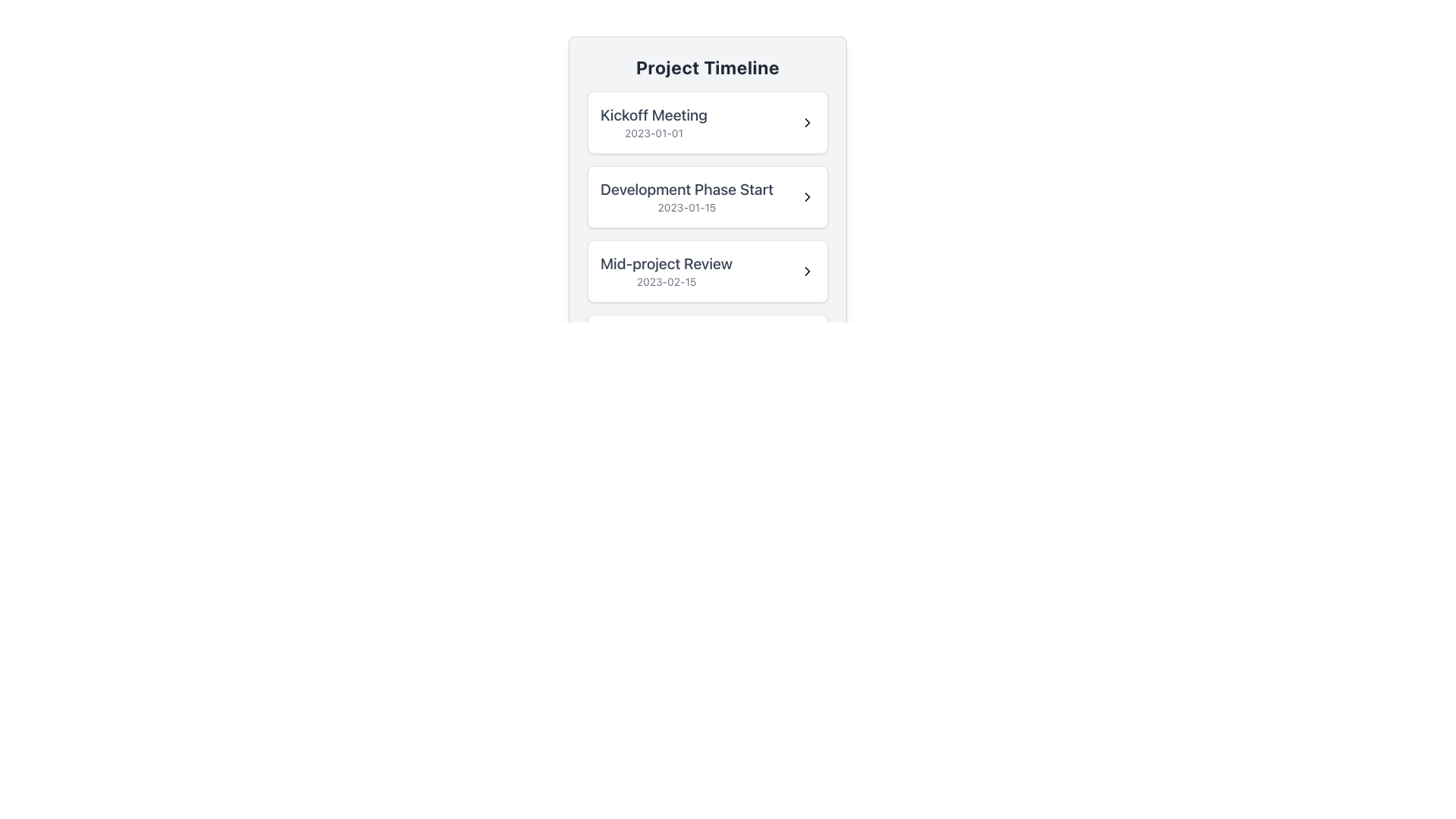  What do you see at coordinates (807, 271) in the screenshot?
I see `the right-pointing arrow icon with a black outline located on the right side of the 'Mid-project Review' row dated '2023-02-15'` at bounding box center [807, 271].